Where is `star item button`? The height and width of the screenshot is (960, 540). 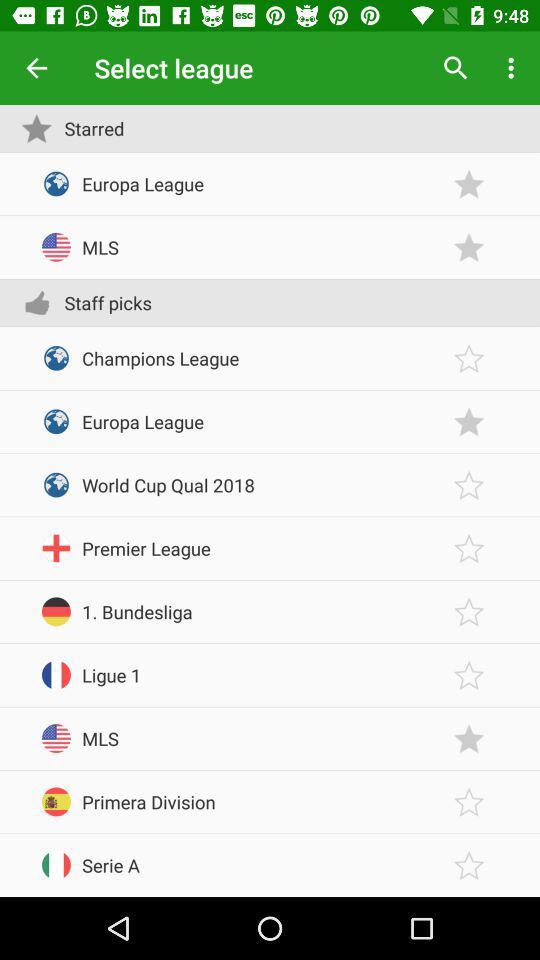
star item button is located at coordinates (469, 675).